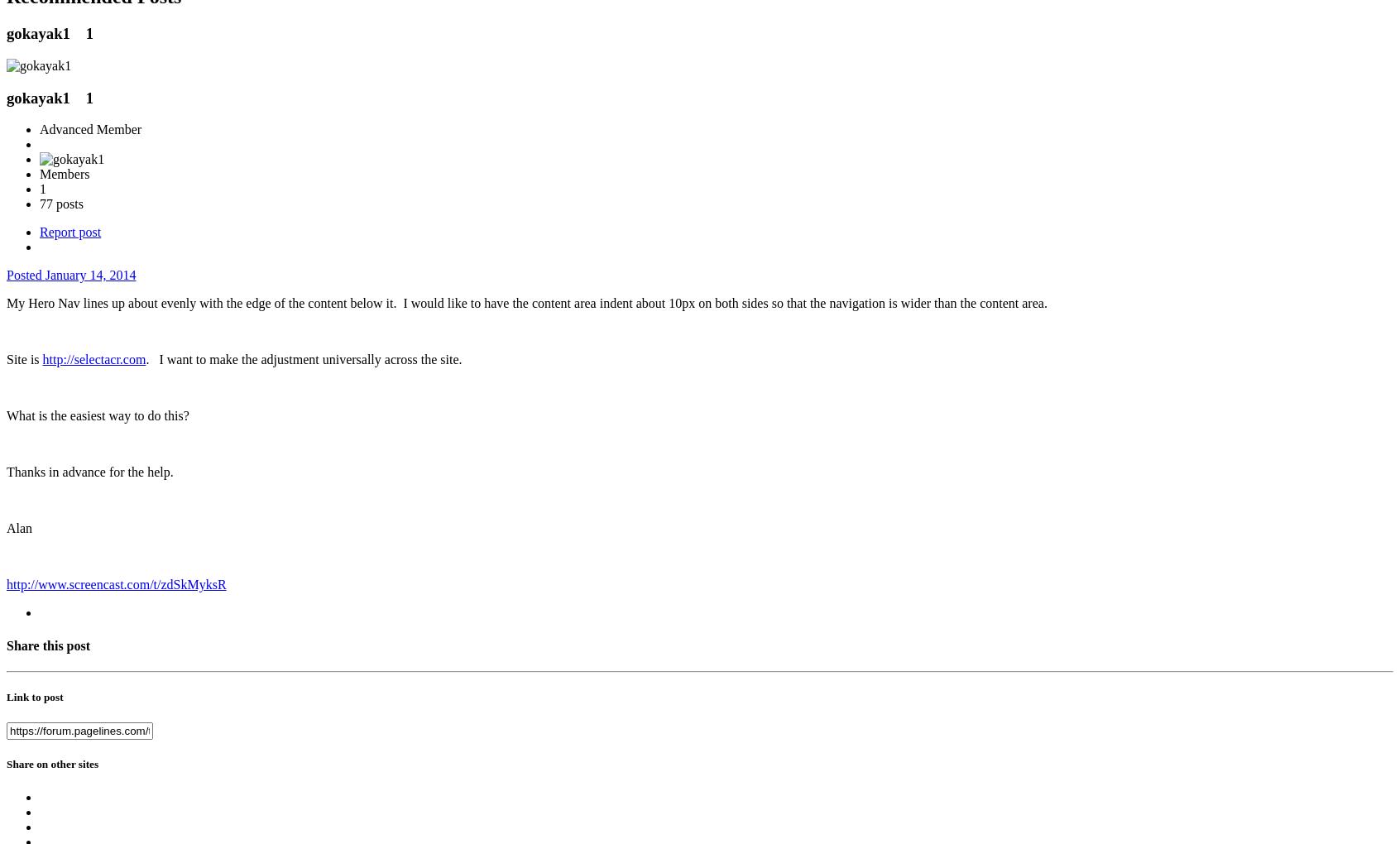 This screenshot has height=844, width=1400. What do you see at coordinates (70, 231) in the screenshot?
I see `'Report post'` at bounding box center [70, 231].